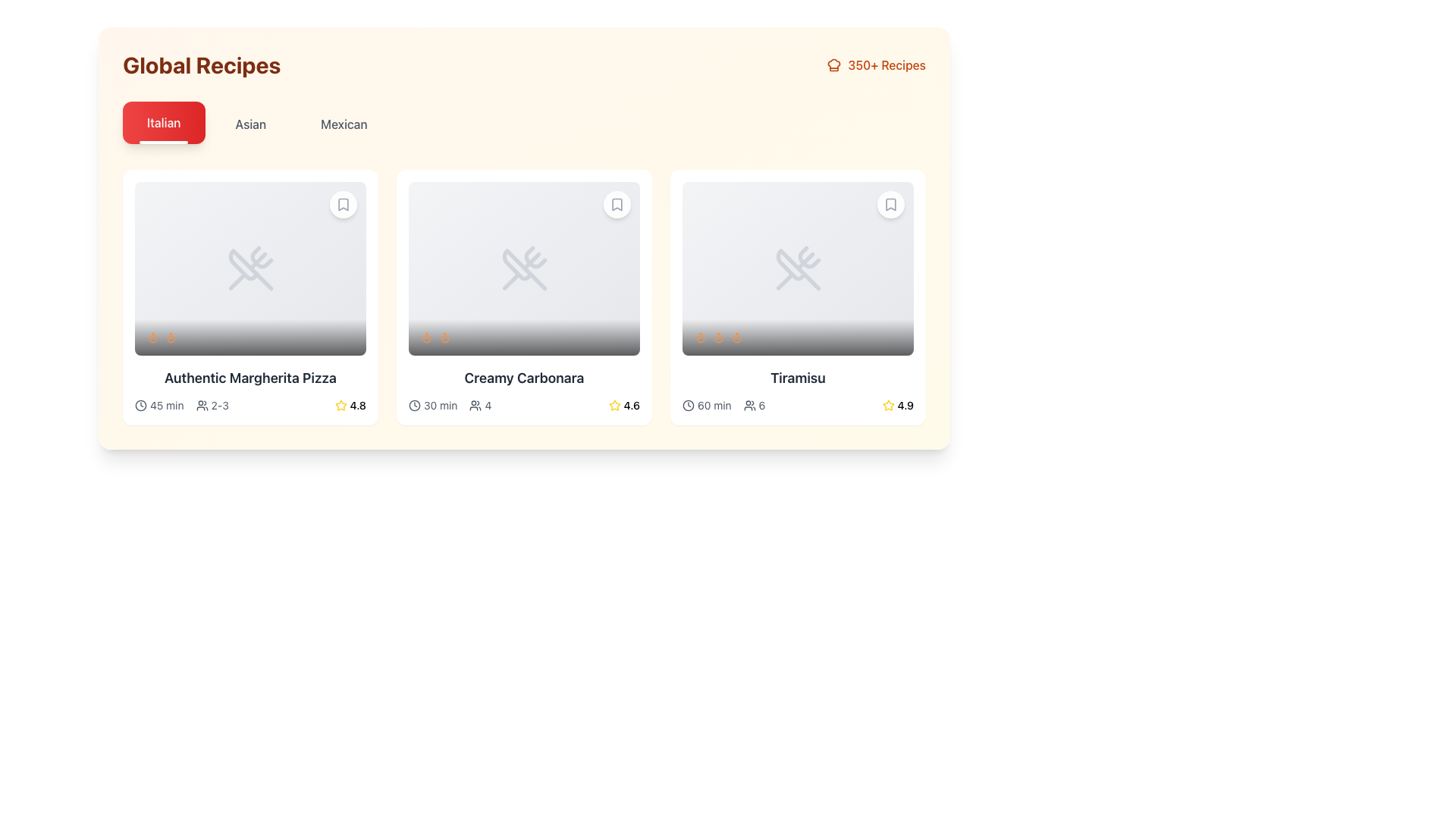  I want to click on the flame icon located in the bottom-left corner of the second card in a group of three horizontally arranged cards, representing heat or spice, so click(425, 336).